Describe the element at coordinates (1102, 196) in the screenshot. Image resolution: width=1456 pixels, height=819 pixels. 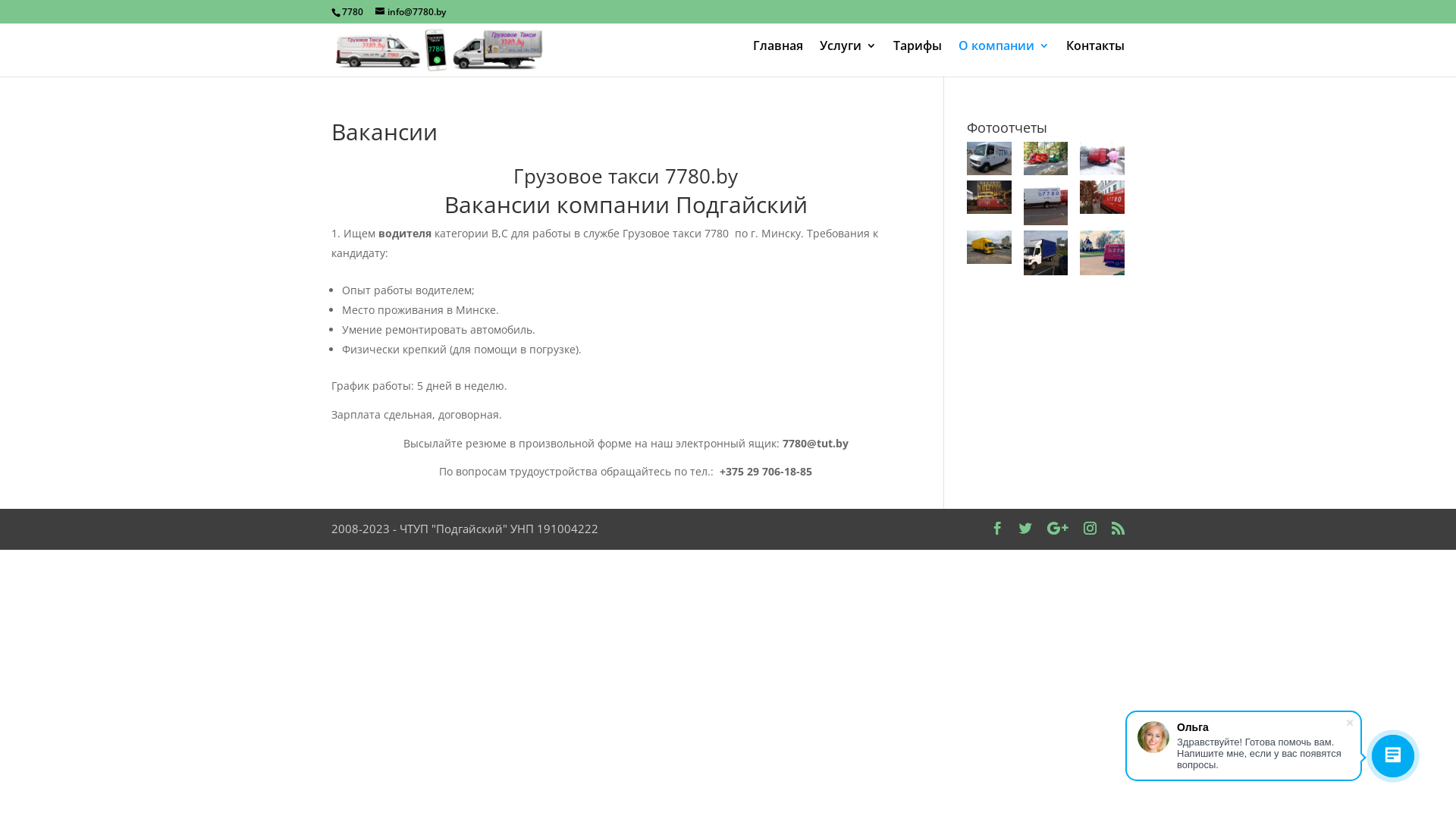
I see `'IMG_20171030_160746'` at that location.